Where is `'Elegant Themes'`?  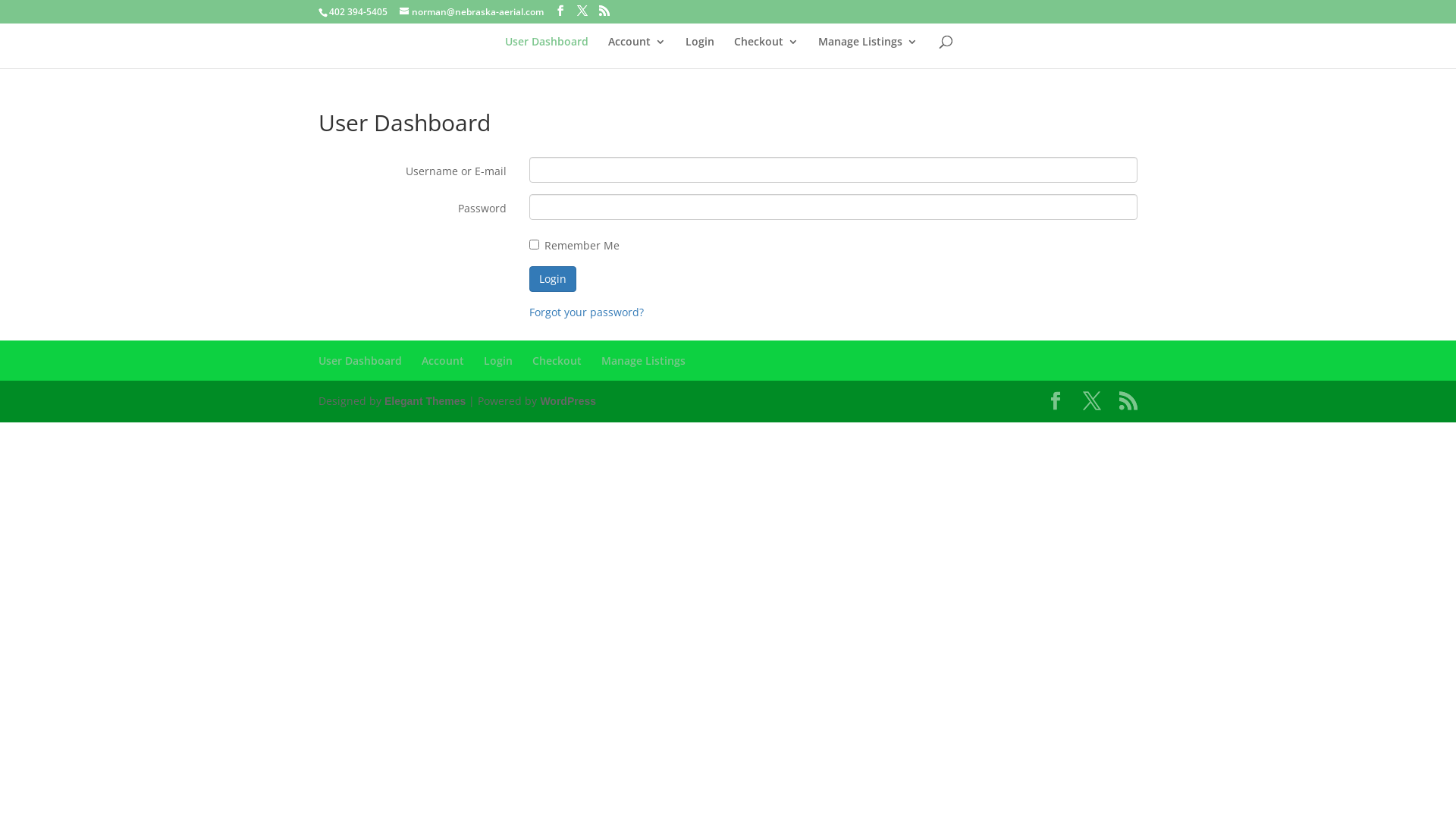
'Elegant Themes' is located at coordinates (425, 400).